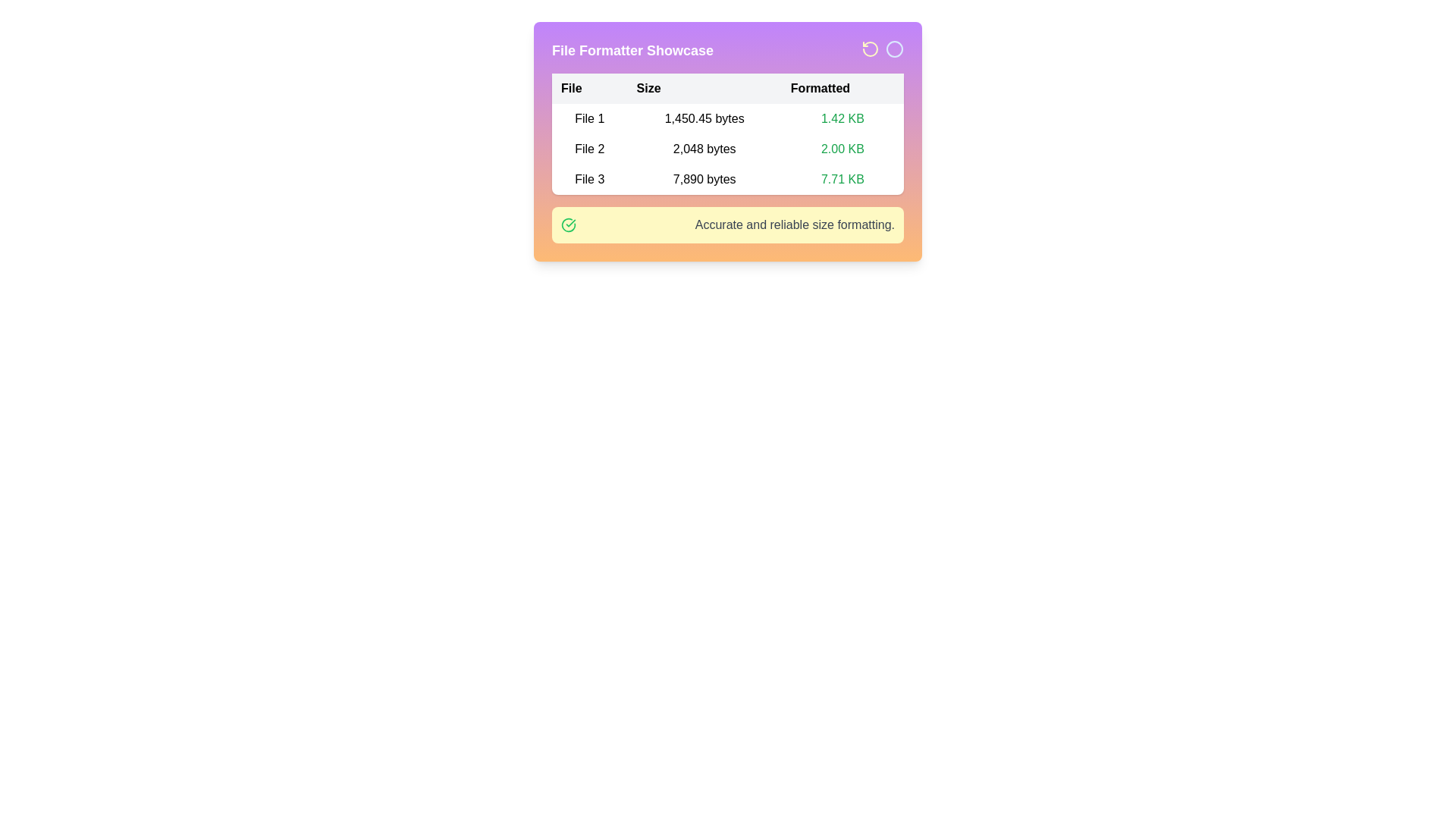  Describe the element at coordinates (728, 149) in the screenshot. I see `the second data row in the table-like structure that displays file information, including file names and sizes` at that location.